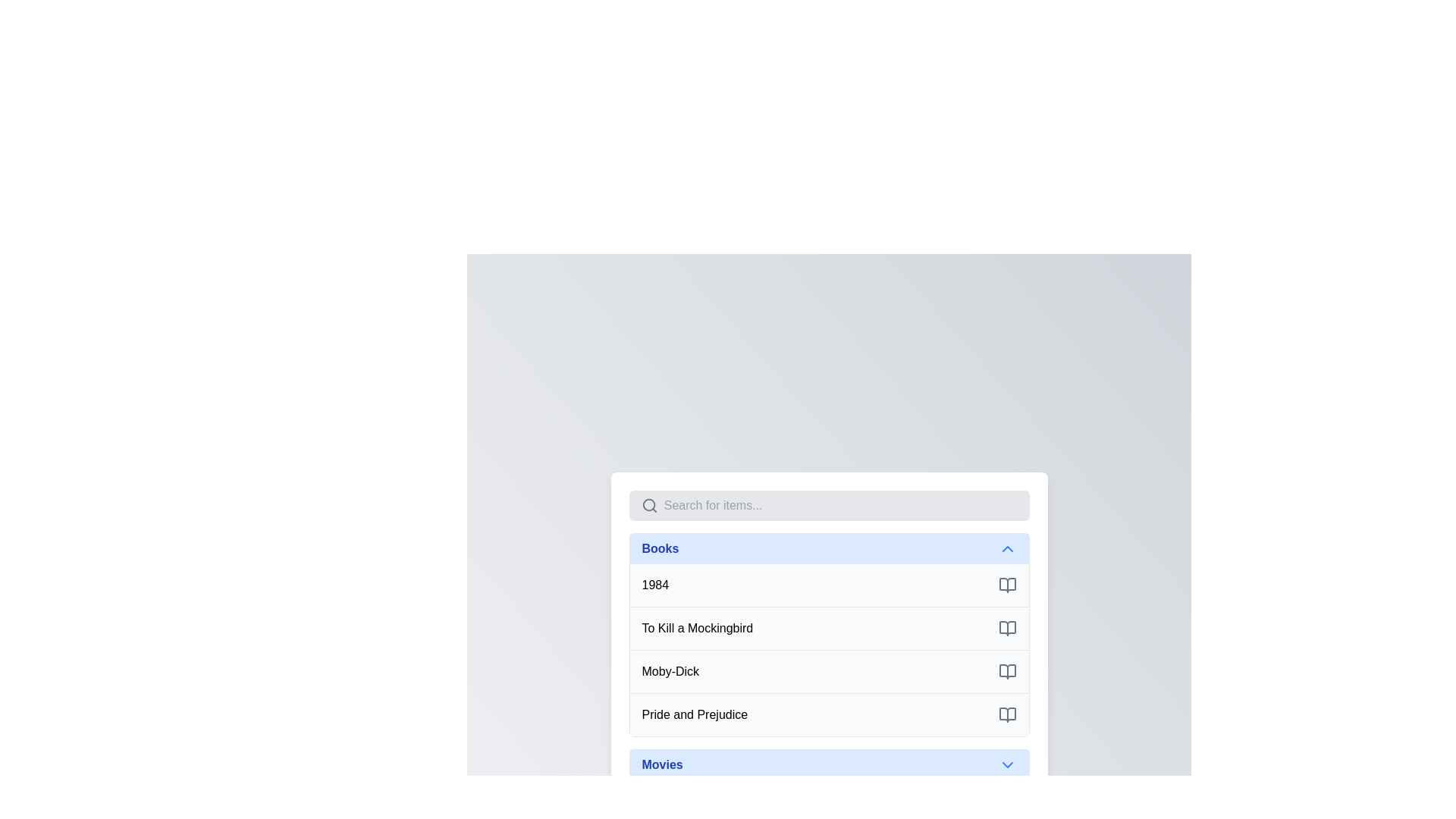  I want to click on the toggle button for bookmarking 'Moby-Dick', located, so click(1007, 670).